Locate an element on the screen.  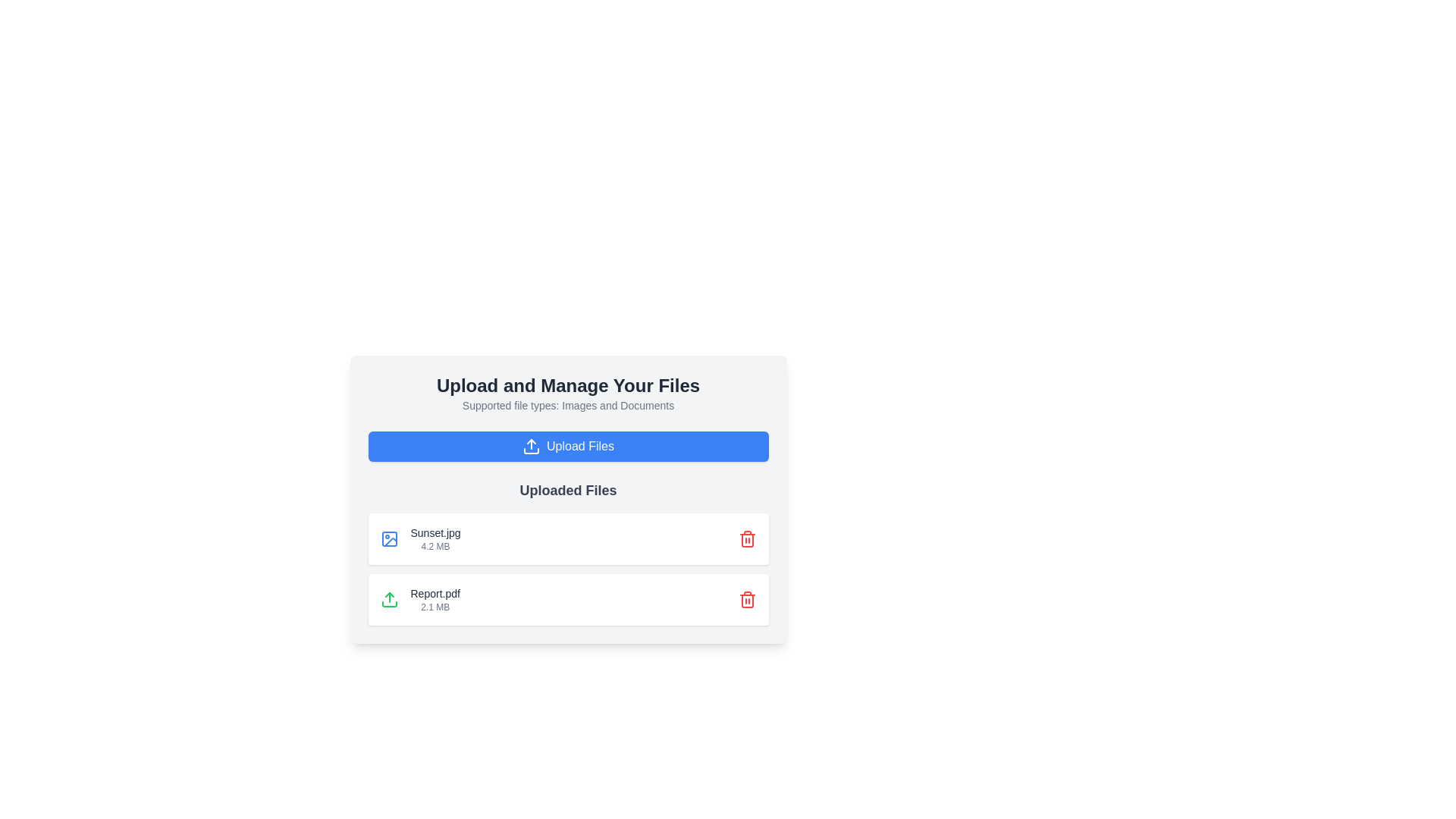
the file display component representing the uploaded file 'Report.pdf', which is the second entry in the list located beneath 'Sunset.jpg' is located at coordinates (567, 598).